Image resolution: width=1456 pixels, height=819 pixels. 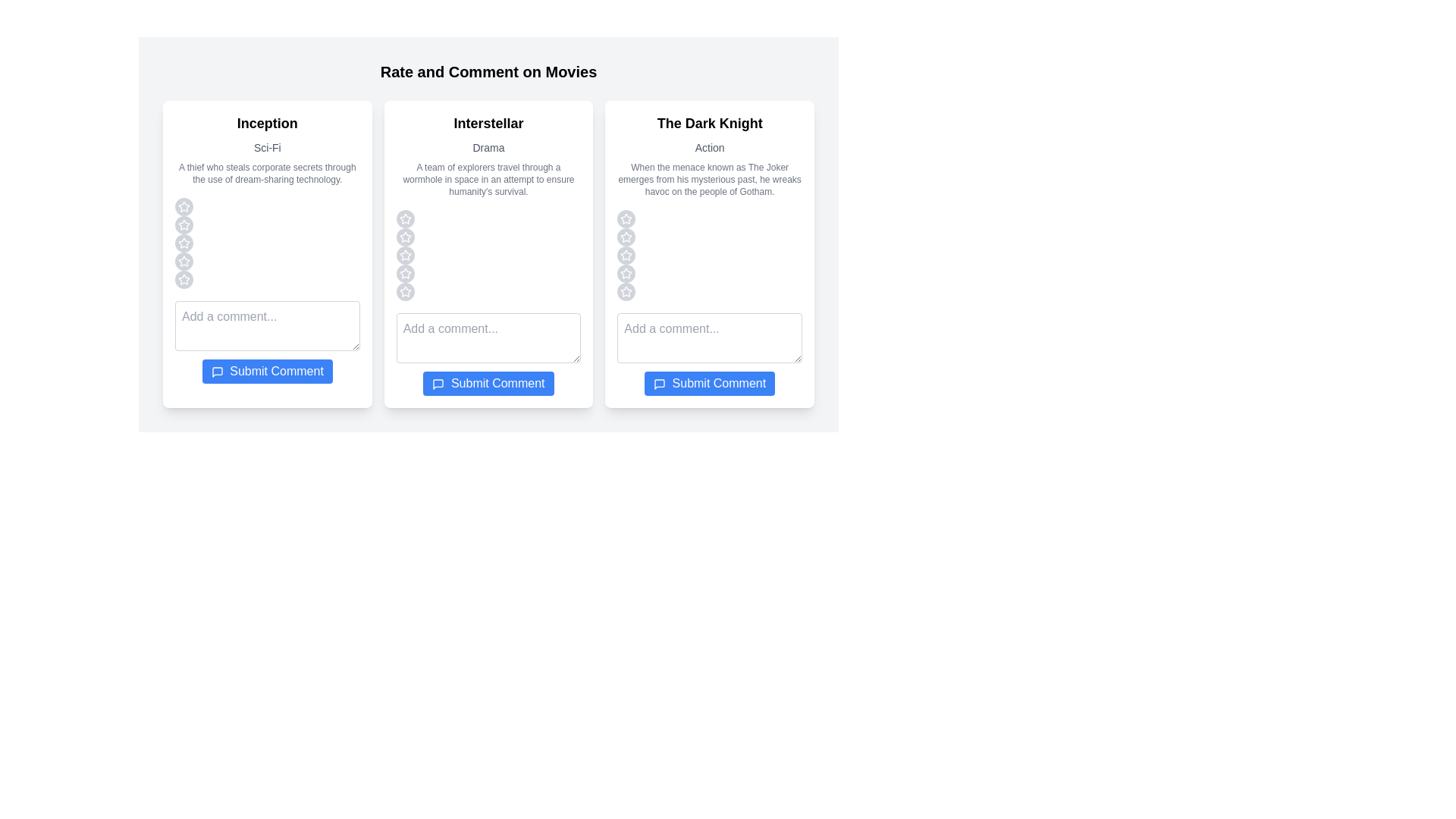 What do you see at coordinates (184, 242) in the screenshot?
I see `the star corresponding to the rating 3 for the movie Inception` at bounding box center [184, 242].